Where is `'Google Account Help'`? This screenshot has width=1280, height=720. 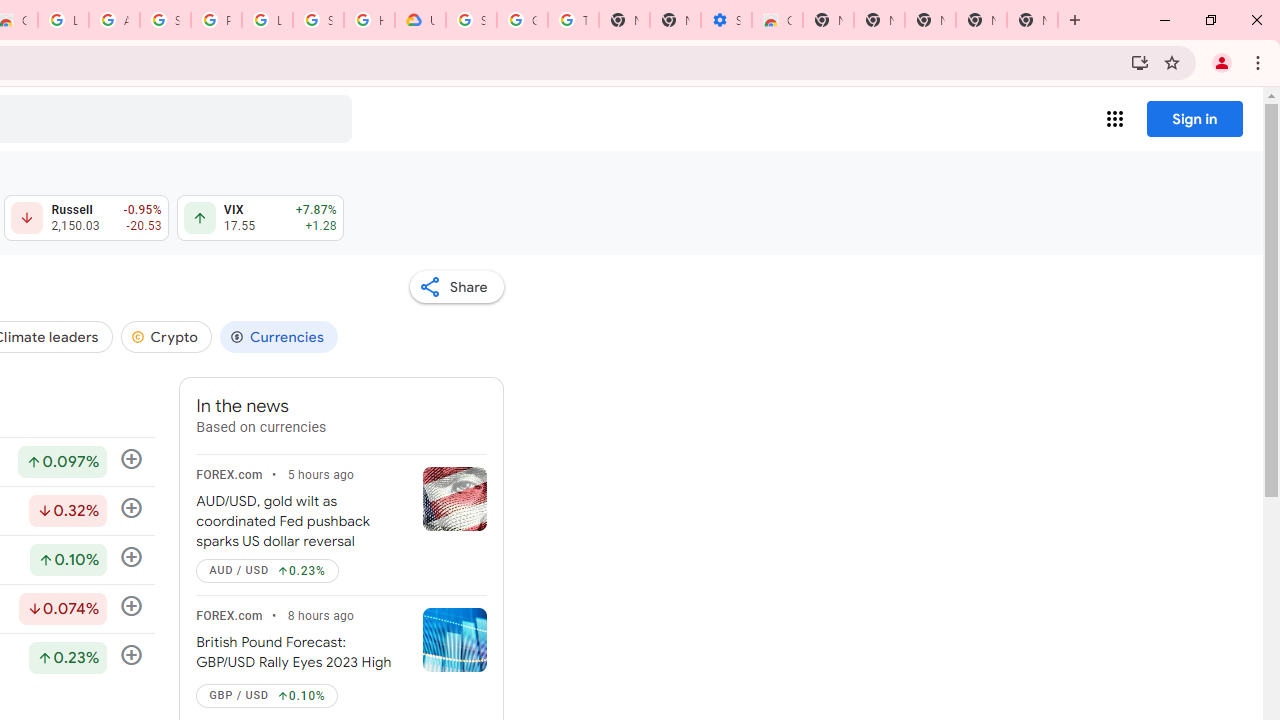
'Google Account Help' is located at coordinates (522, 20).